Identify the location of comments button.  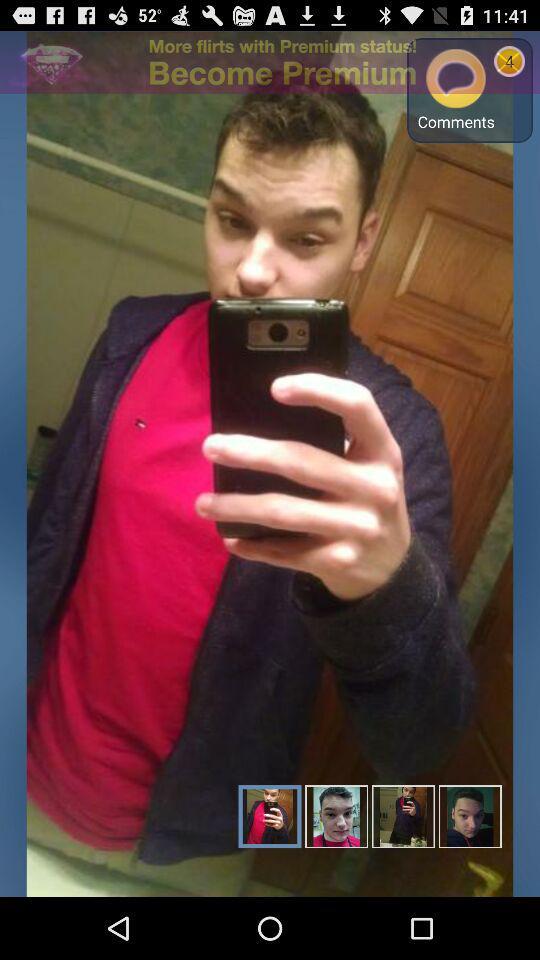
(456, 90).